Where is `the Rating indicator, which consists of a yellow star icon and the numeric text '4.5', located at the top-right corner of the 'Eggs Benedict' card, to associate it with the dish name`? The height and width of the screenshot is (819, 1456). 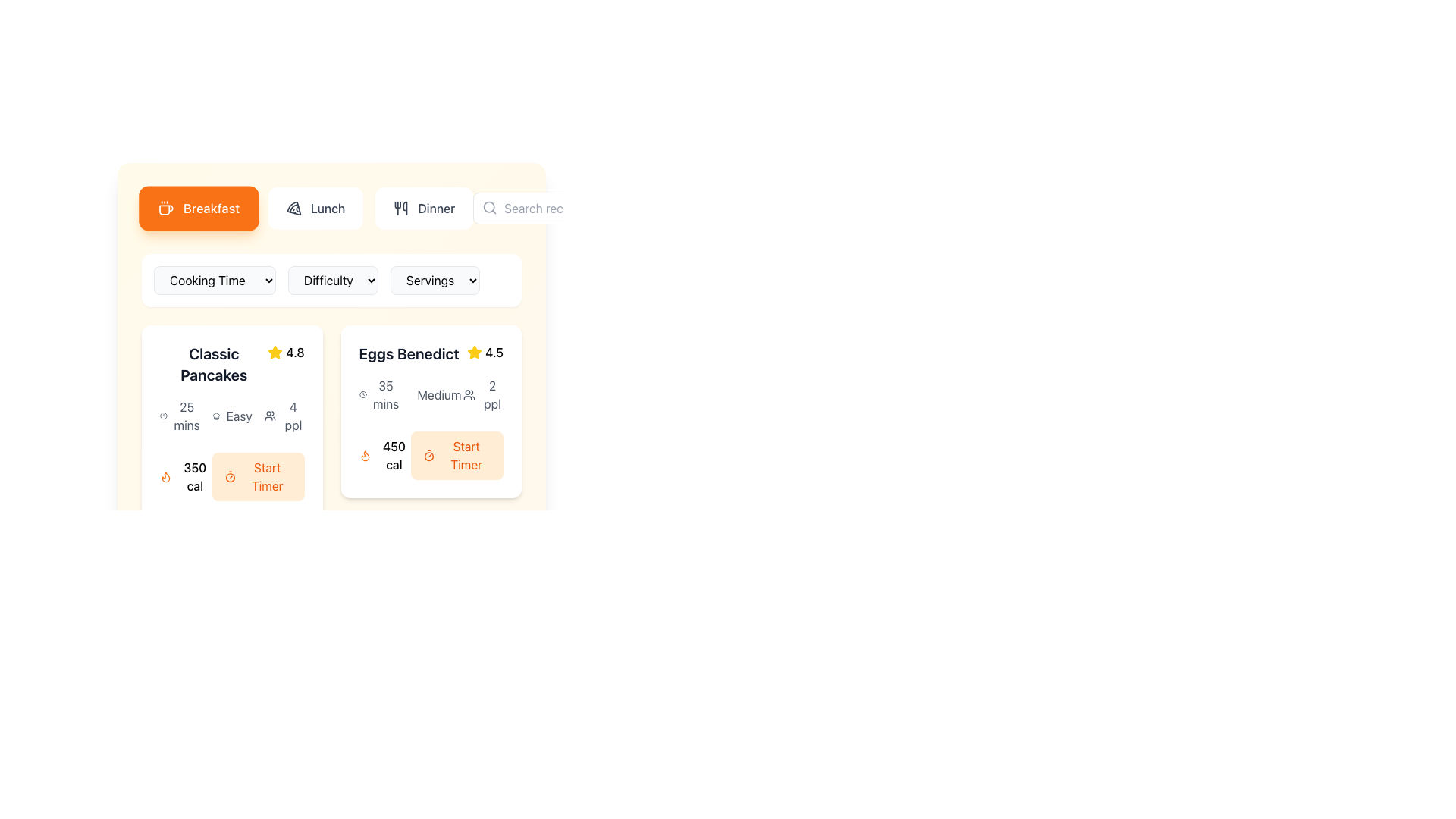 the Rating indicator, which consists of a yellow star icon and the numeric text '4.5', located at the top-right corner of the 'Eggs Benedict' card, to associate it with the dish name is located at coordinates (485, 353).